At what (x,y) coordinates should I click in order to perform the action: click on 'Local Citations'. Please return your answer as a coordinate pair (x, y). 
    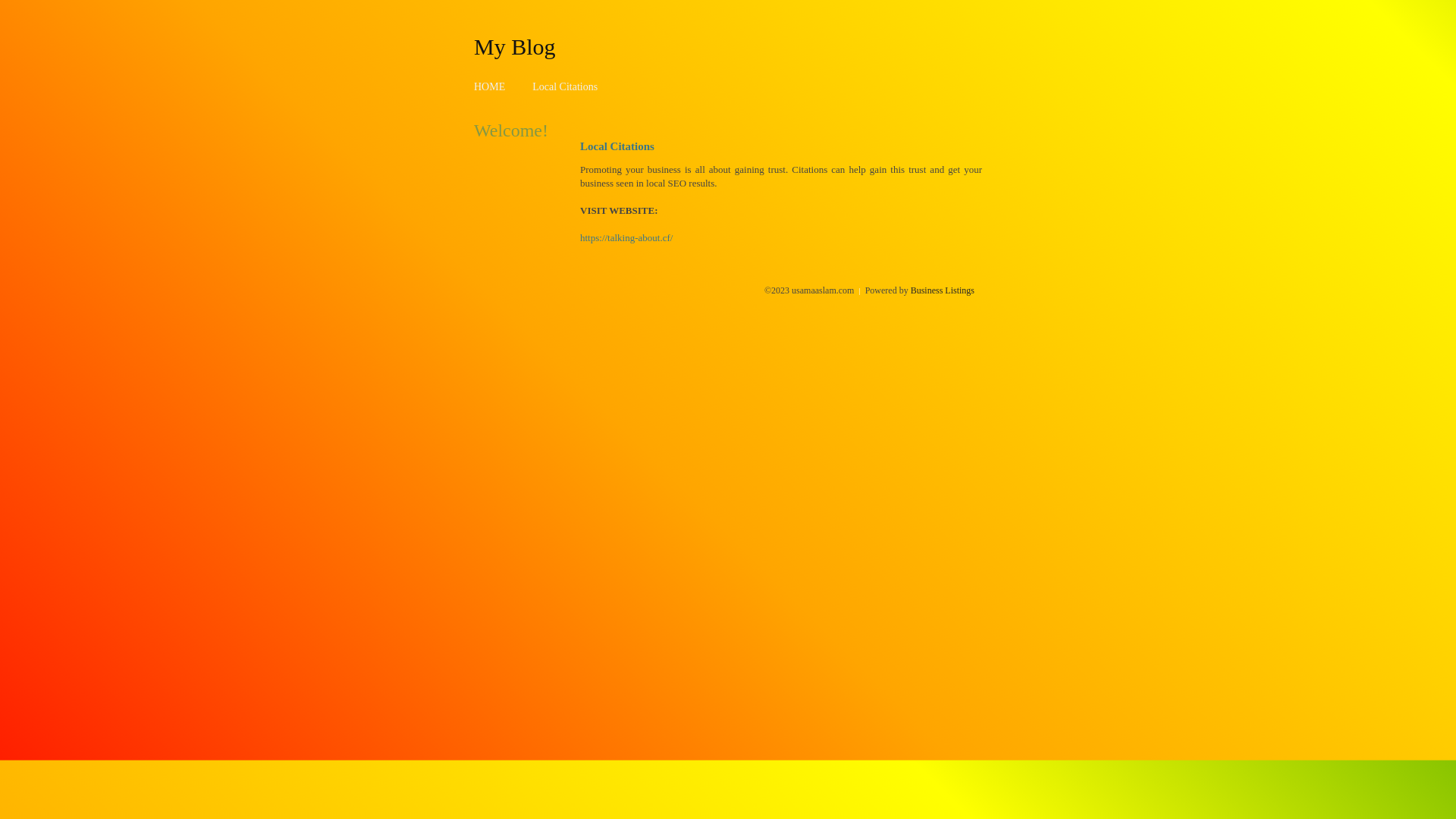
    Looking at the image, I should click on (532, 86).